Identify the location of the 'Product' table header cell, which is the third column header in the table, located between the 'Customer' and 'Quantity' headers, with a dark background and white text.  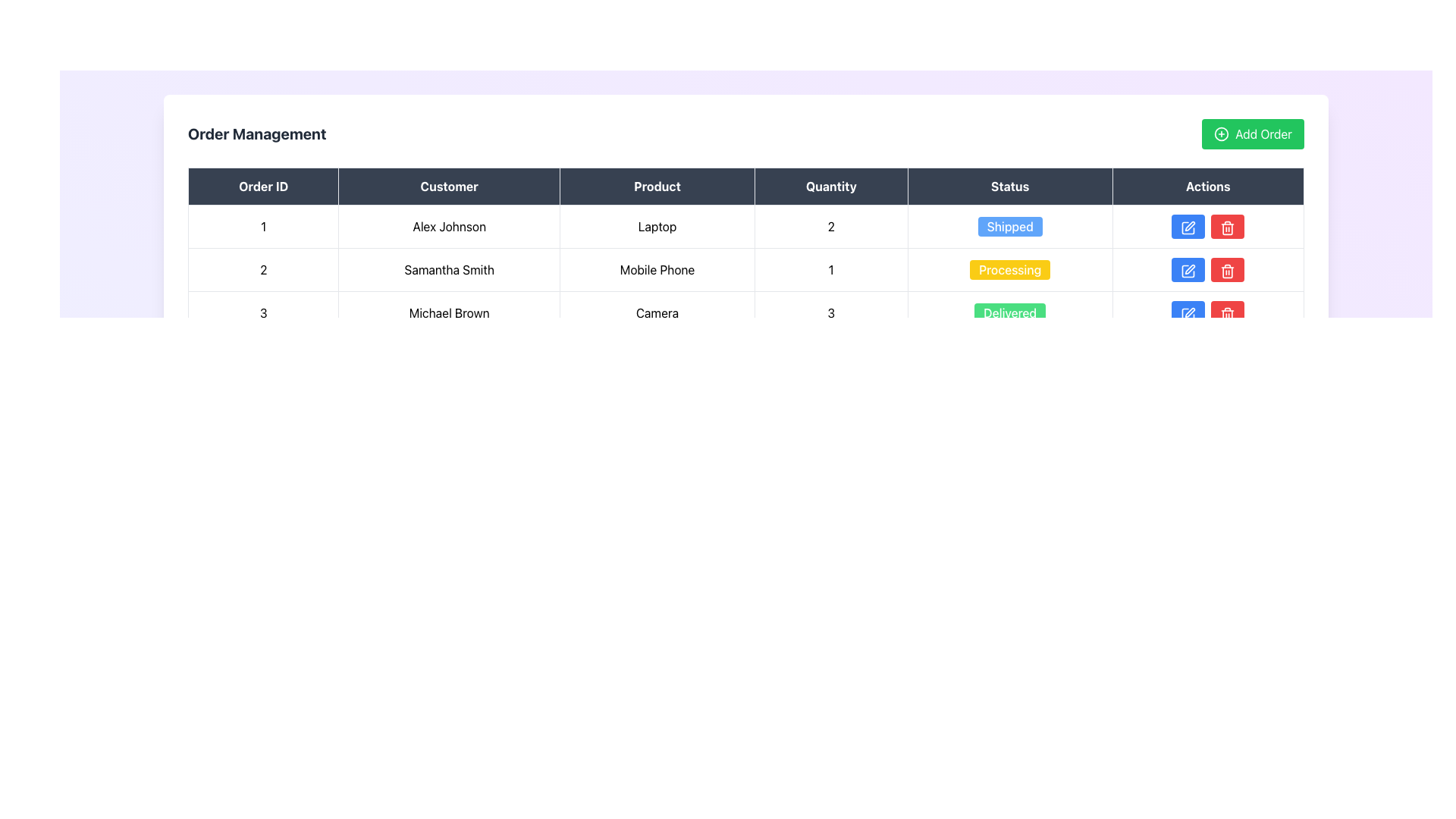
(657, 186).